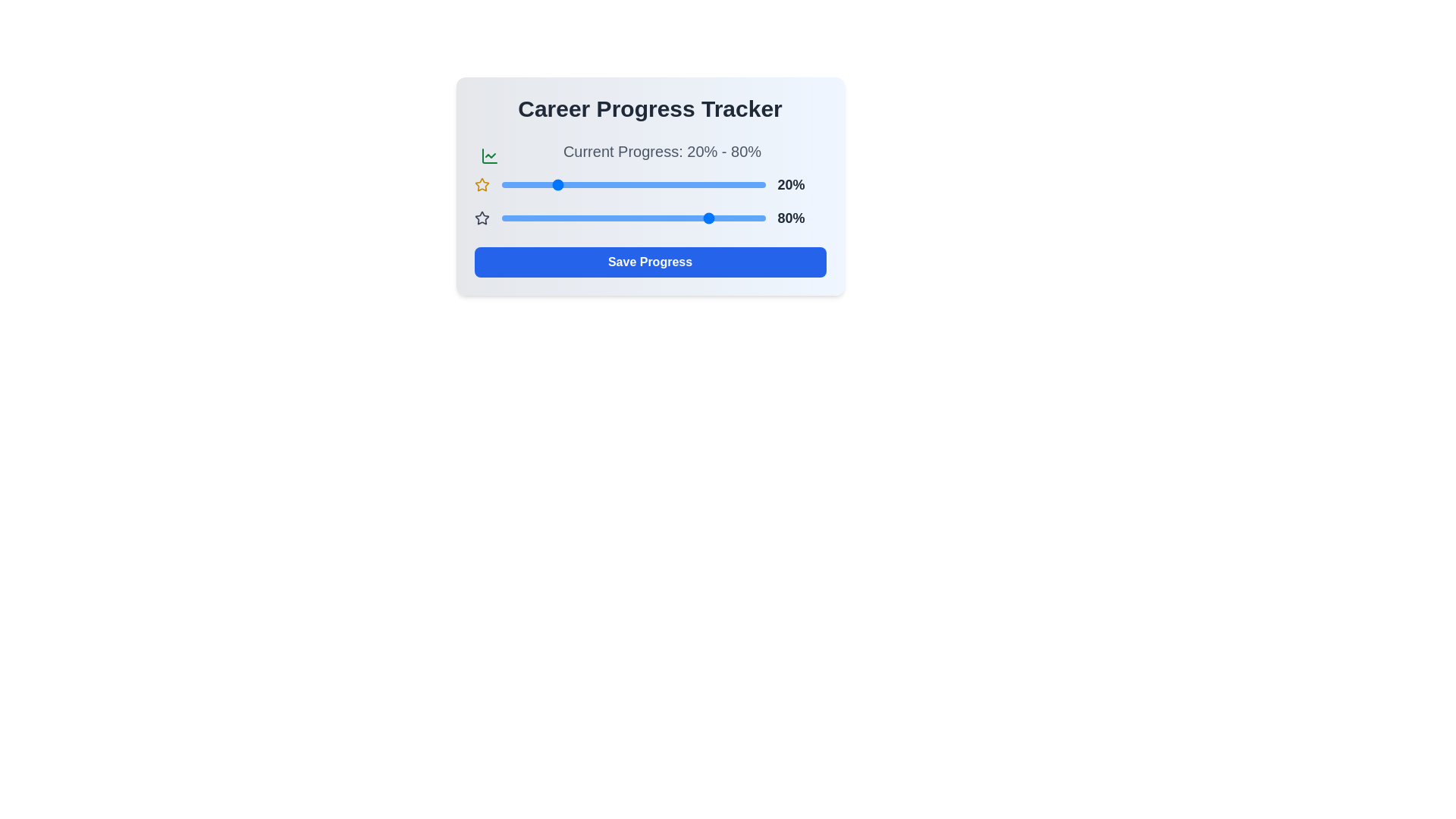 The width and height of the screenshot is (1456, 819). Describe the element at coordinates (522, 184) in the screenshot. I see `the progress slider for the first value to 8%` at that location.